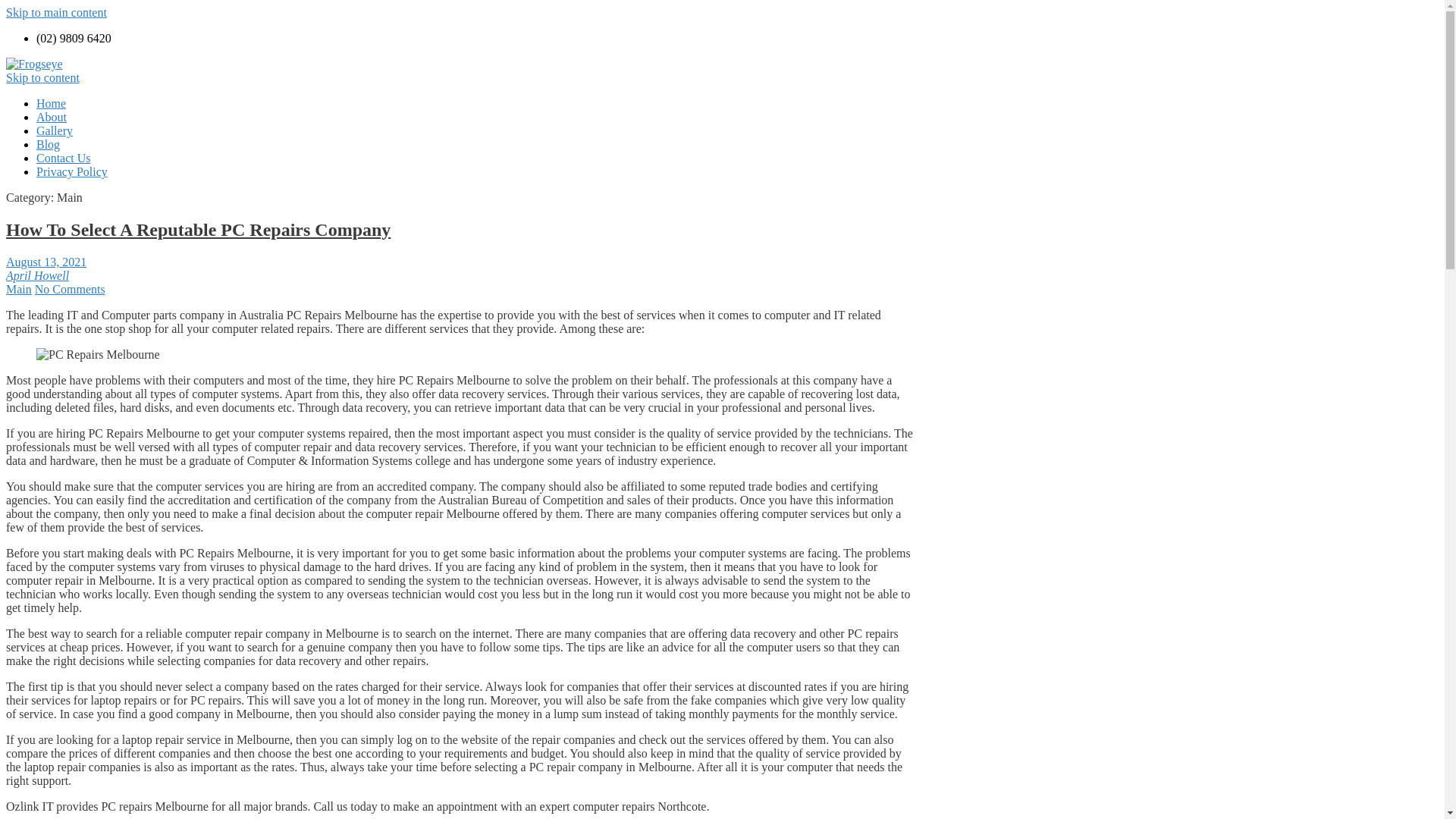 The width and height of the screenshot is (1456, 819). What do you see at coordinates (71, 171) in the screenshot?
I see `'Privacy Policy'` at bounding box center [71, 171].